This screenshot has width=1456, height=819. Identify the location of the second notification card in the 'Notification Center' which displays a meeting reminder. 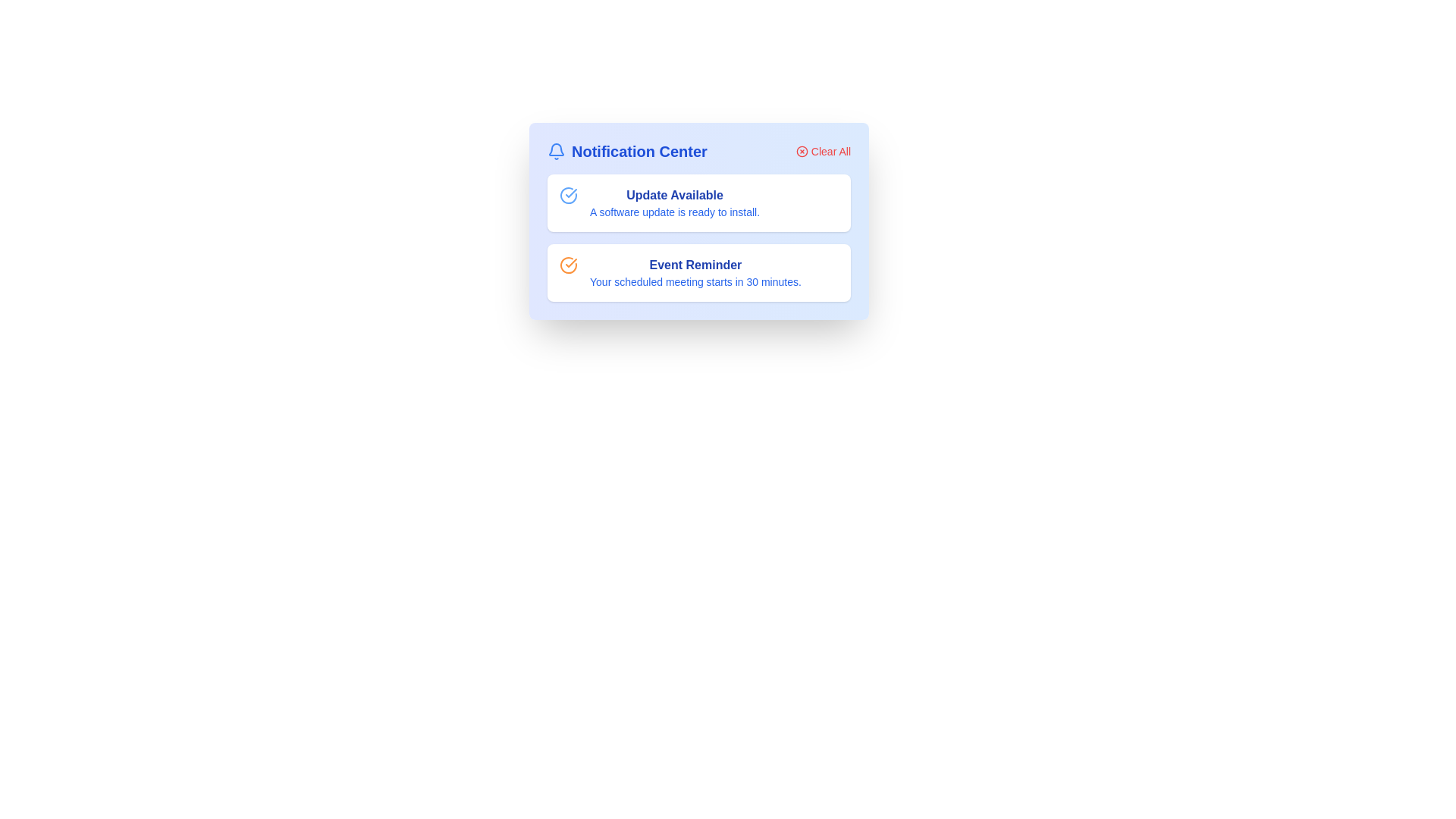
(698, 271).